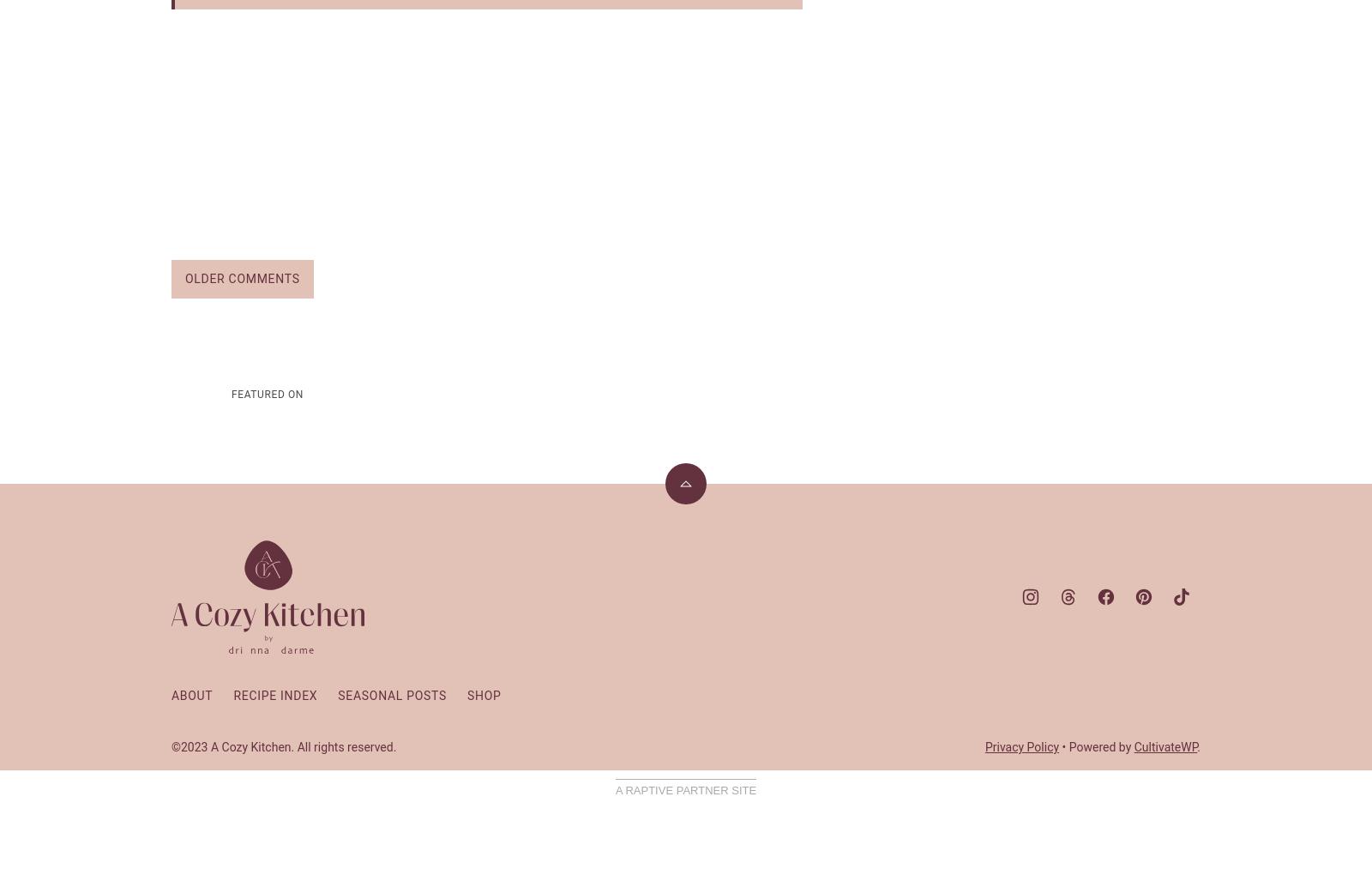  Describe the element at coordinates (171, 696) in the screenshot. I see `'About'` at that location.